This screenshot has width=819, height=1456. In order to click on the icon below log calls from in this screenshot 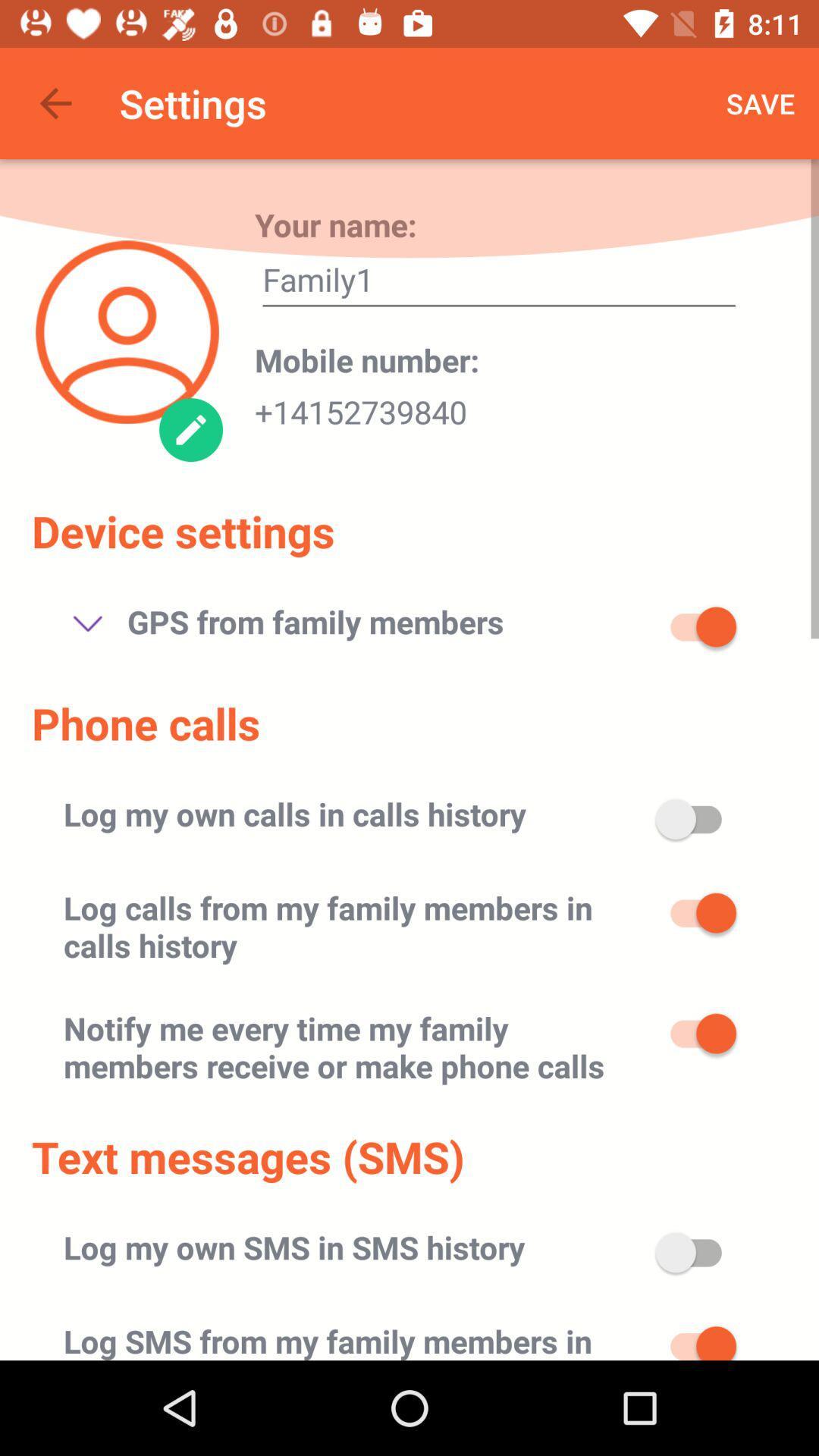, I will do `click(356, 1046)`.